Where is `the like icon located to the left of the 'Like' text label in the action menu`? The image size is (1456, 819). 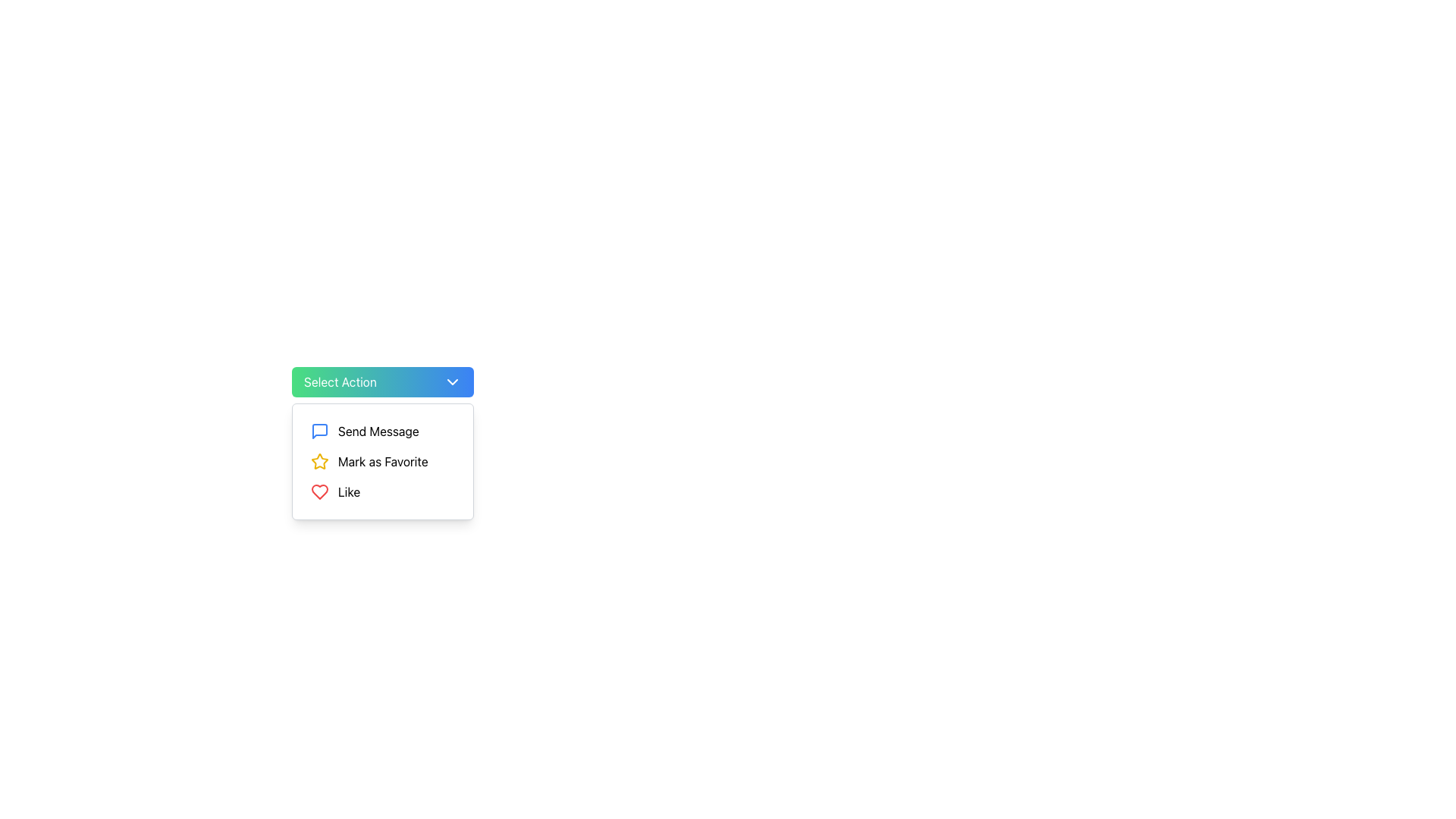 the like icon located to the left of the 'Like' text label in the action menu is located at coordinates (319, 491).